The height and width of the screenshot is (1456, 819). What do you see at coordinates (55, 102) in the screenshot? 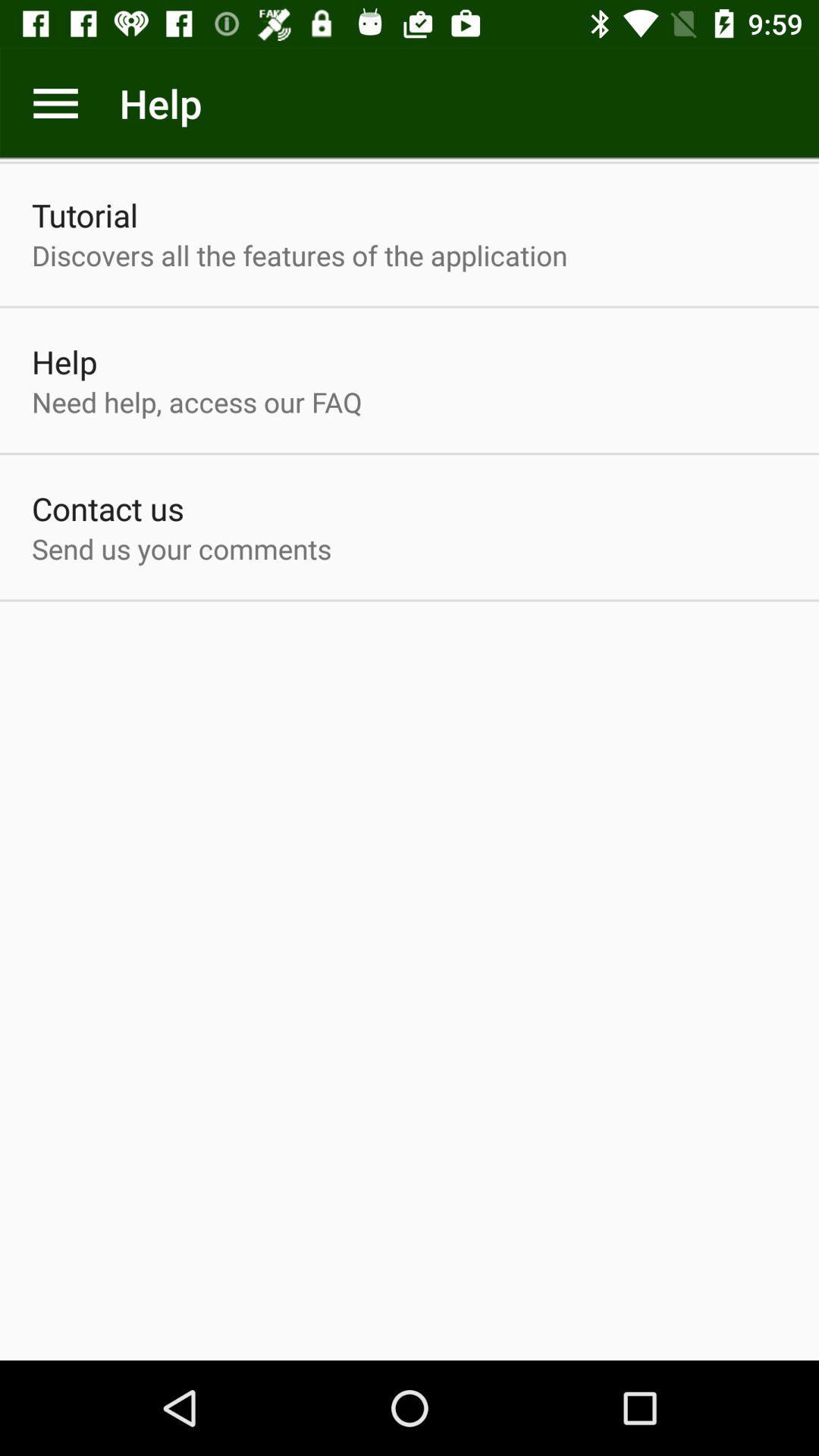
I see `menu button` at bounding box center [55, 102].